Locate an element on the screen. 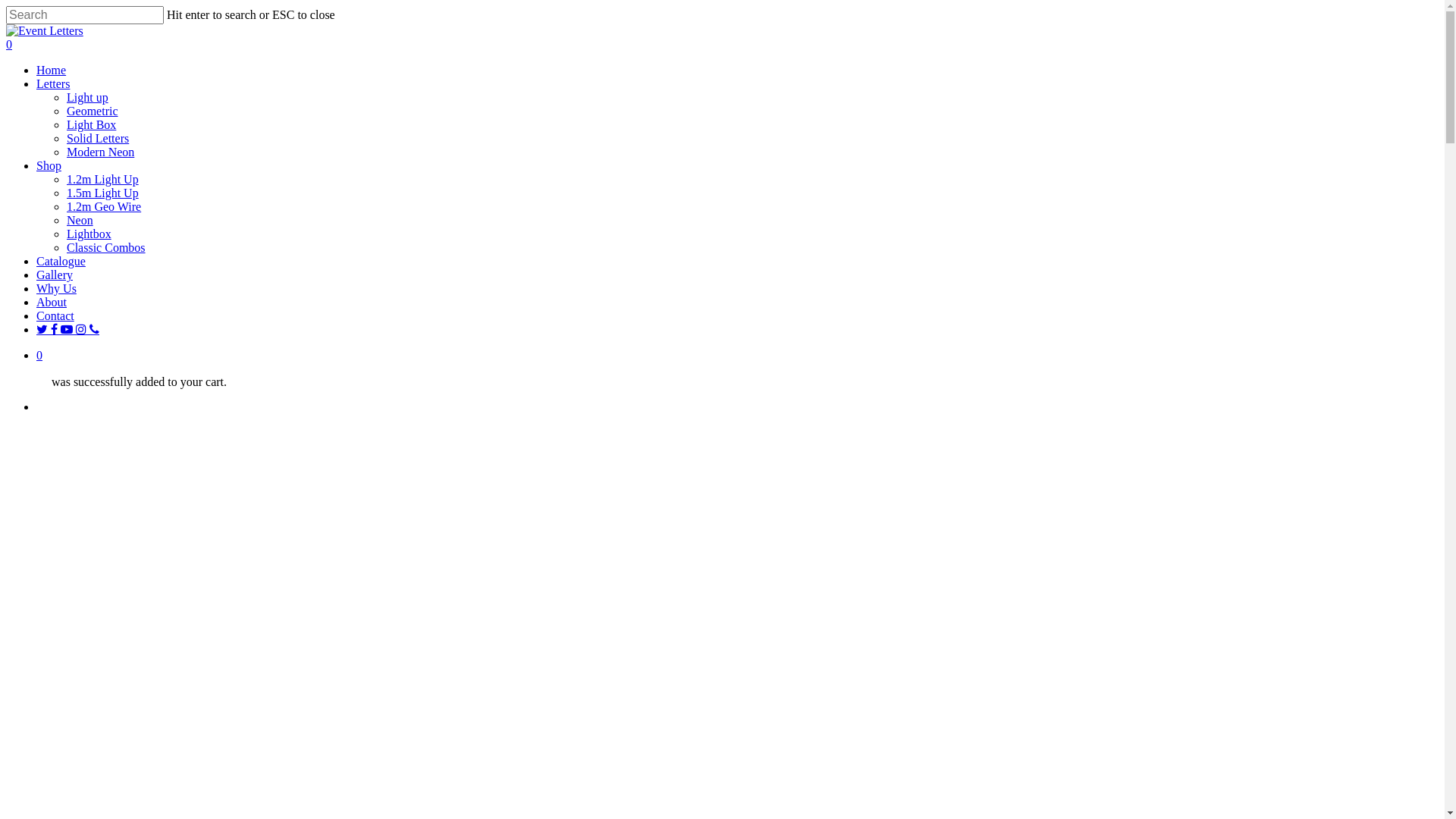 This screenshot has height=819, width=1456. 'Light Box' is located at coordinates (90, 124).